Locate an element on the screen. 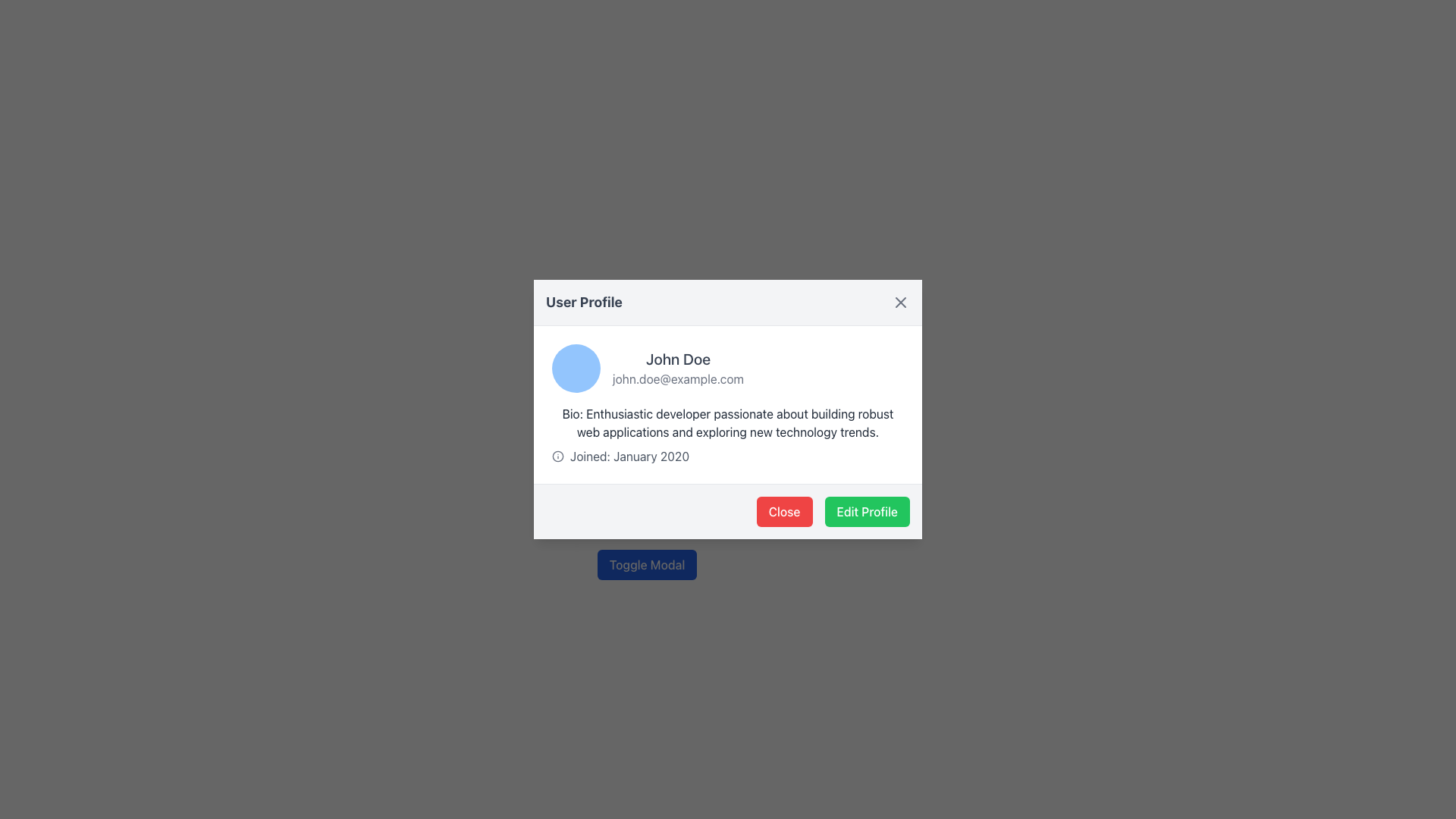  the Profile Header section containing the blue circular avatar and text 'John Doe' and 'john.doe@example.com' is located at coordinates (728, 369).